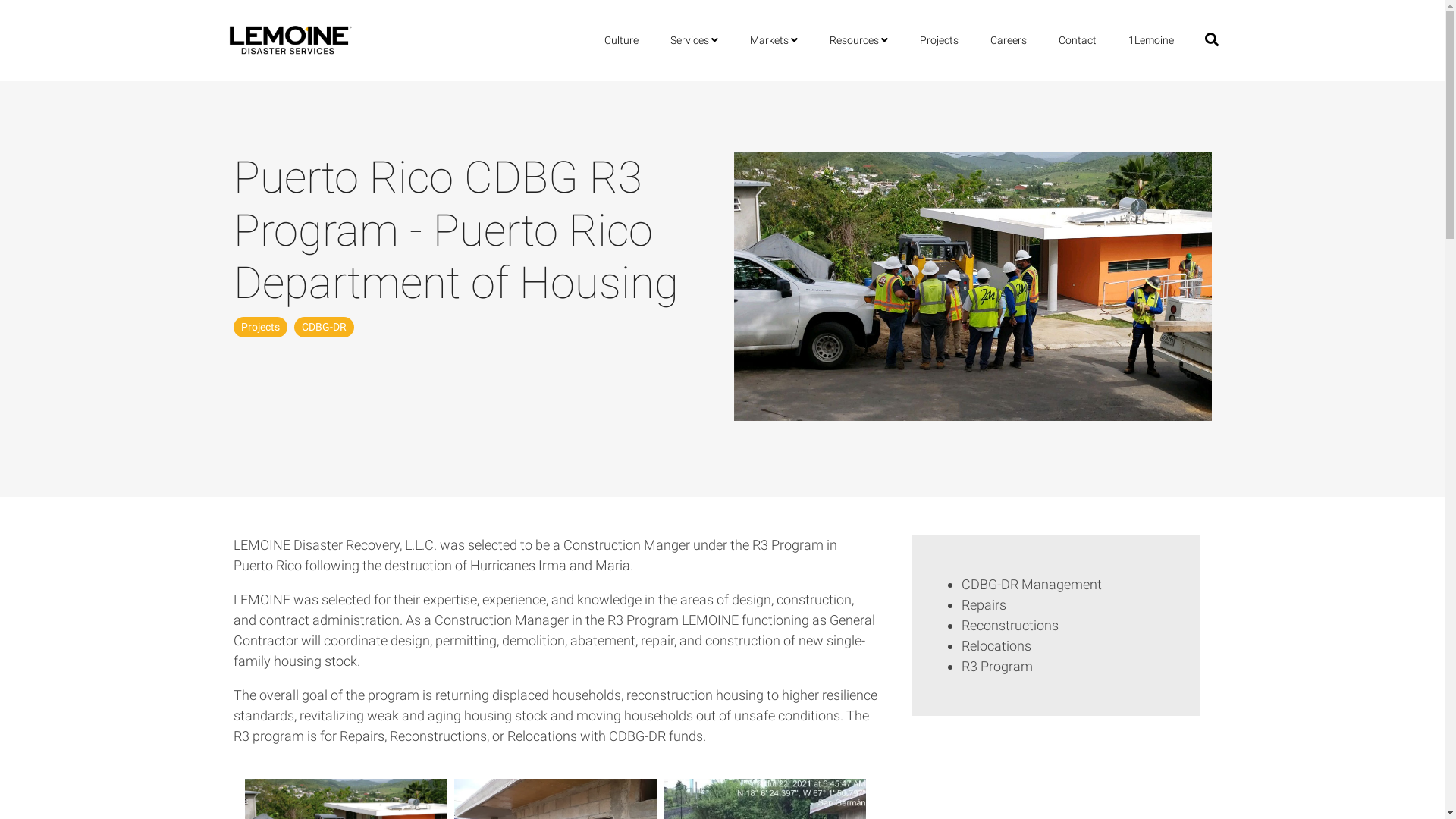 The width and height of the screenshot is (1456, 819). I want to click on '1Lemoine', so click(1150, 39).